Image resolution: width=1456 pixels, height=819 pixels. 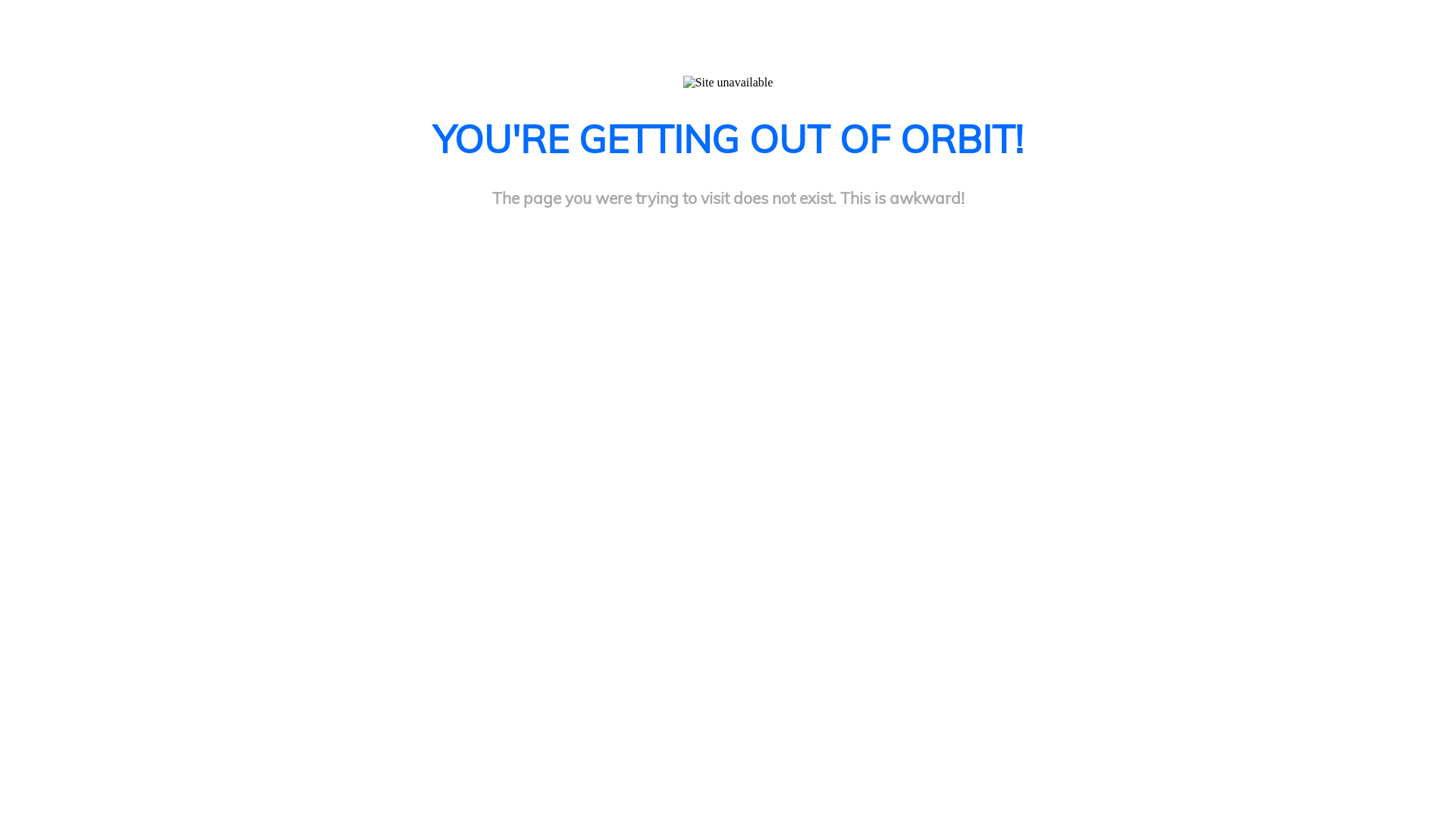 I want to click on 'Site unavailable', so click(x=728, y=82).